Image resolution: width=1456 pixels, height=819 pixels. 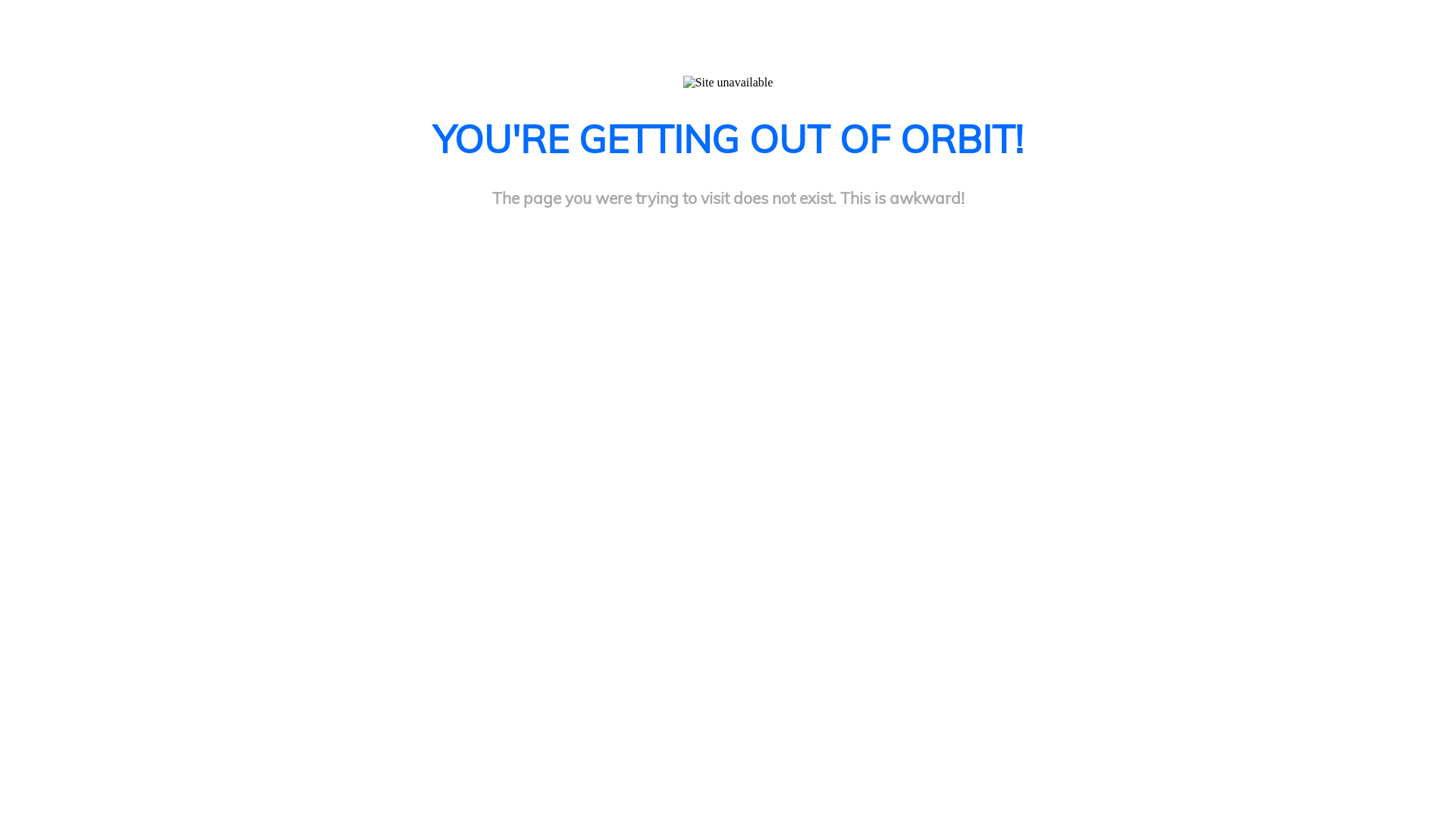 I want to click on 'Site unavailable', so click(x=728, y=82).